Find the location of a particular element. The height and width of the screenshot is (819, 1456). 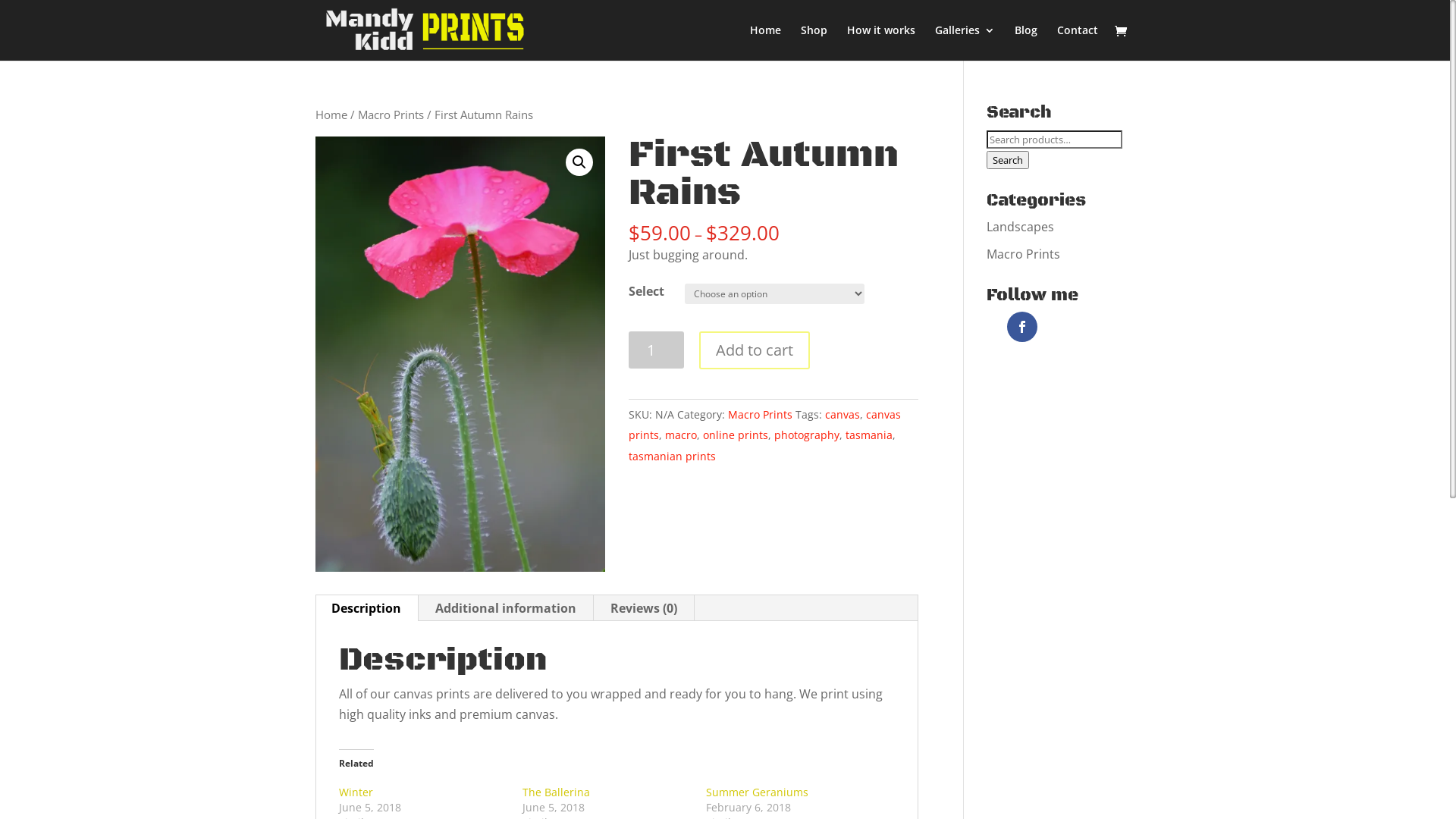

'tasmanian prints' is located at coordinates (671, 455).